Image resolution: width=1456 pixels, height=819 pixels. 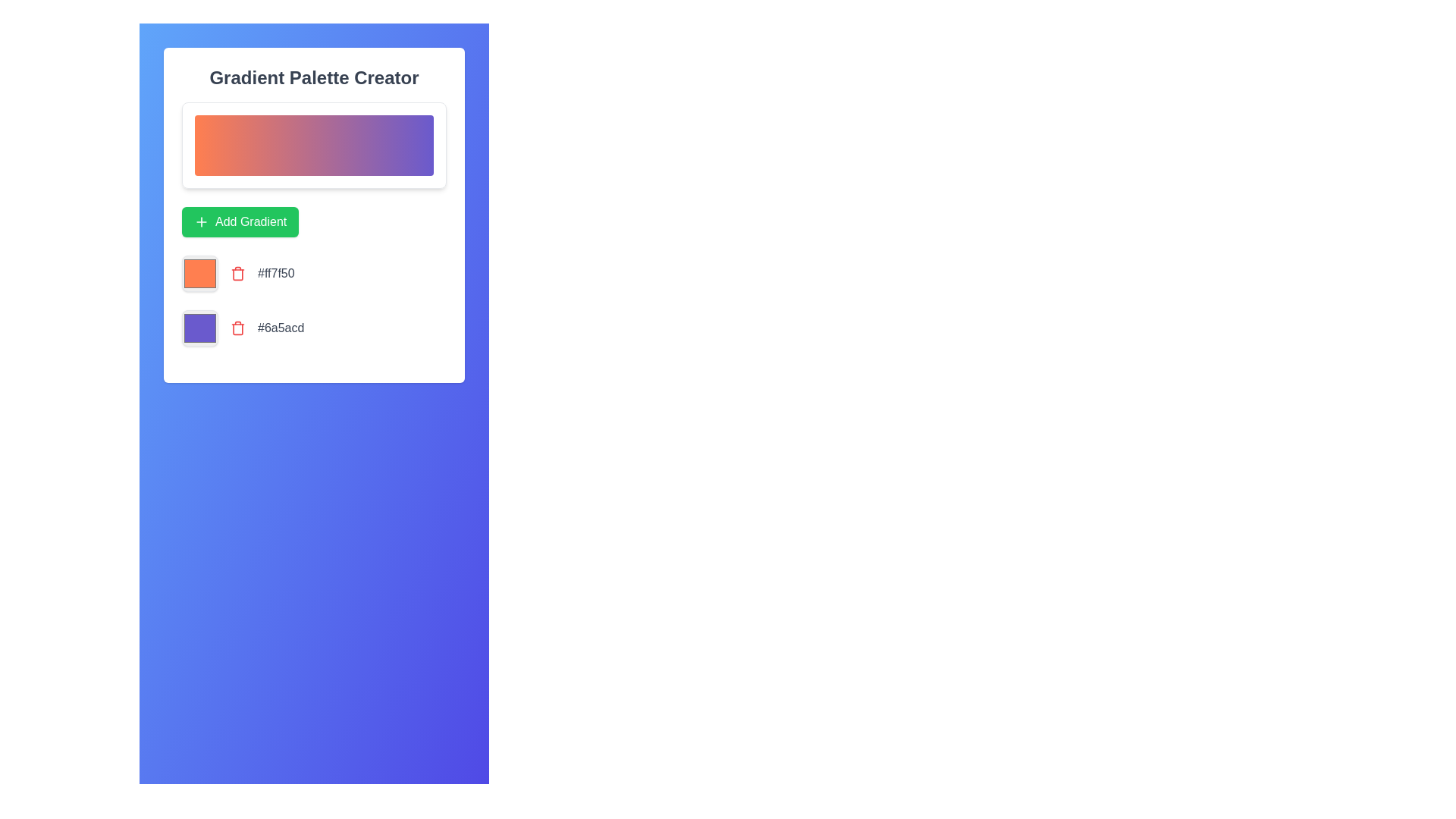 I want to click on the text label displaying the hexadecimal color code, which is positioned to the right of the color swatch and to the left of the delete icon in the color entry row, so click(x=276, y=274).